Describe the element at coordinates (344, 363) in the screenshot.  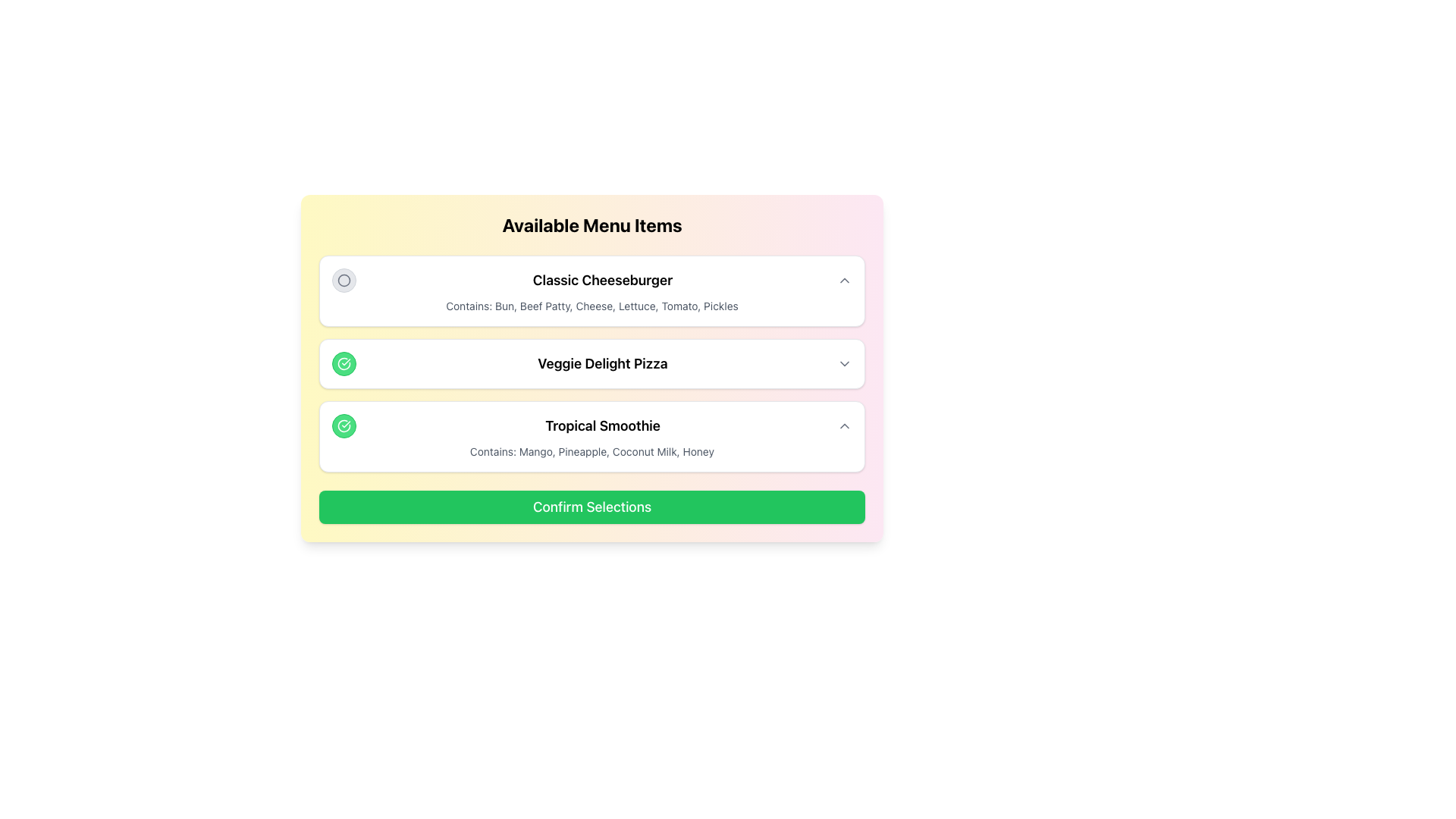
I see `the small circular button with a green background and white checkmark icon that is located to the left of the 'Veggie Delight Pizza' text in the menu list` at that location.